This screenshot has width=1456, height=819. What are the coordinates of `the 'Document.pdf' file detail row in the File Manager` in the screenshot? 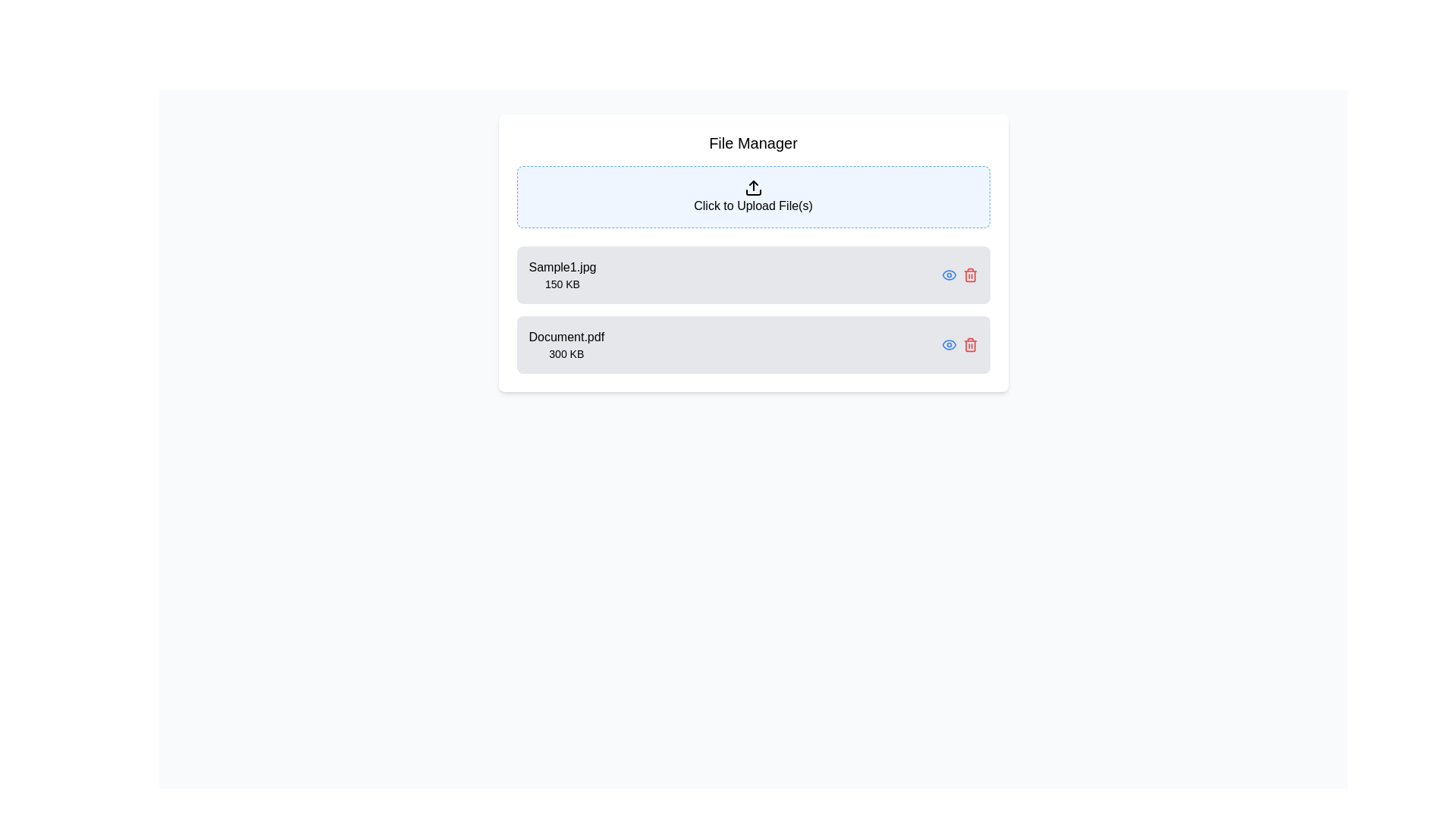 It's located at (753, 345).